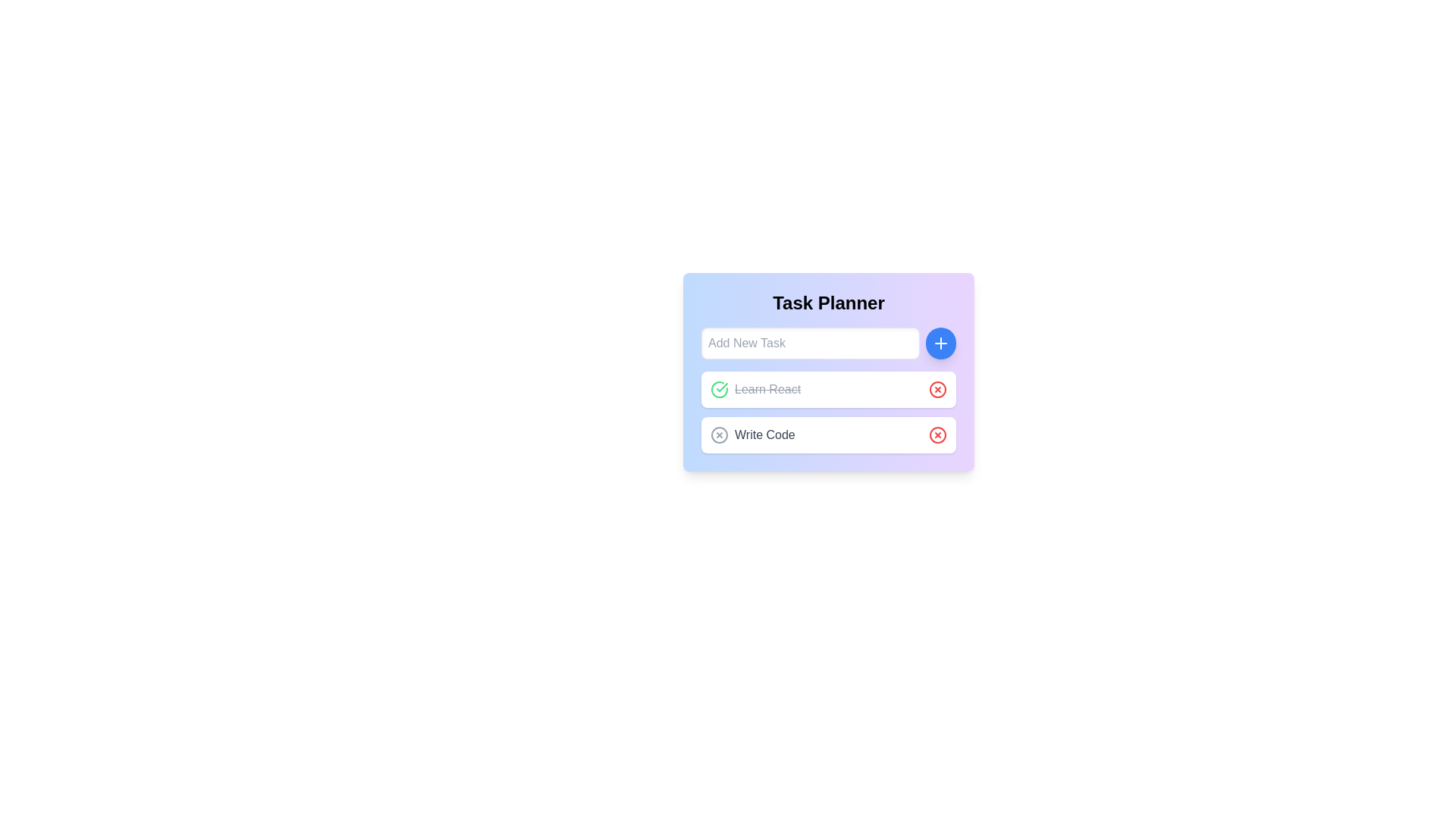  Describe the element at coordinates (719, 435) in the screenshot. I see `the toggle button to change the completion status of the associated task 'Write Code', which is located to the left of the task label` at that location.